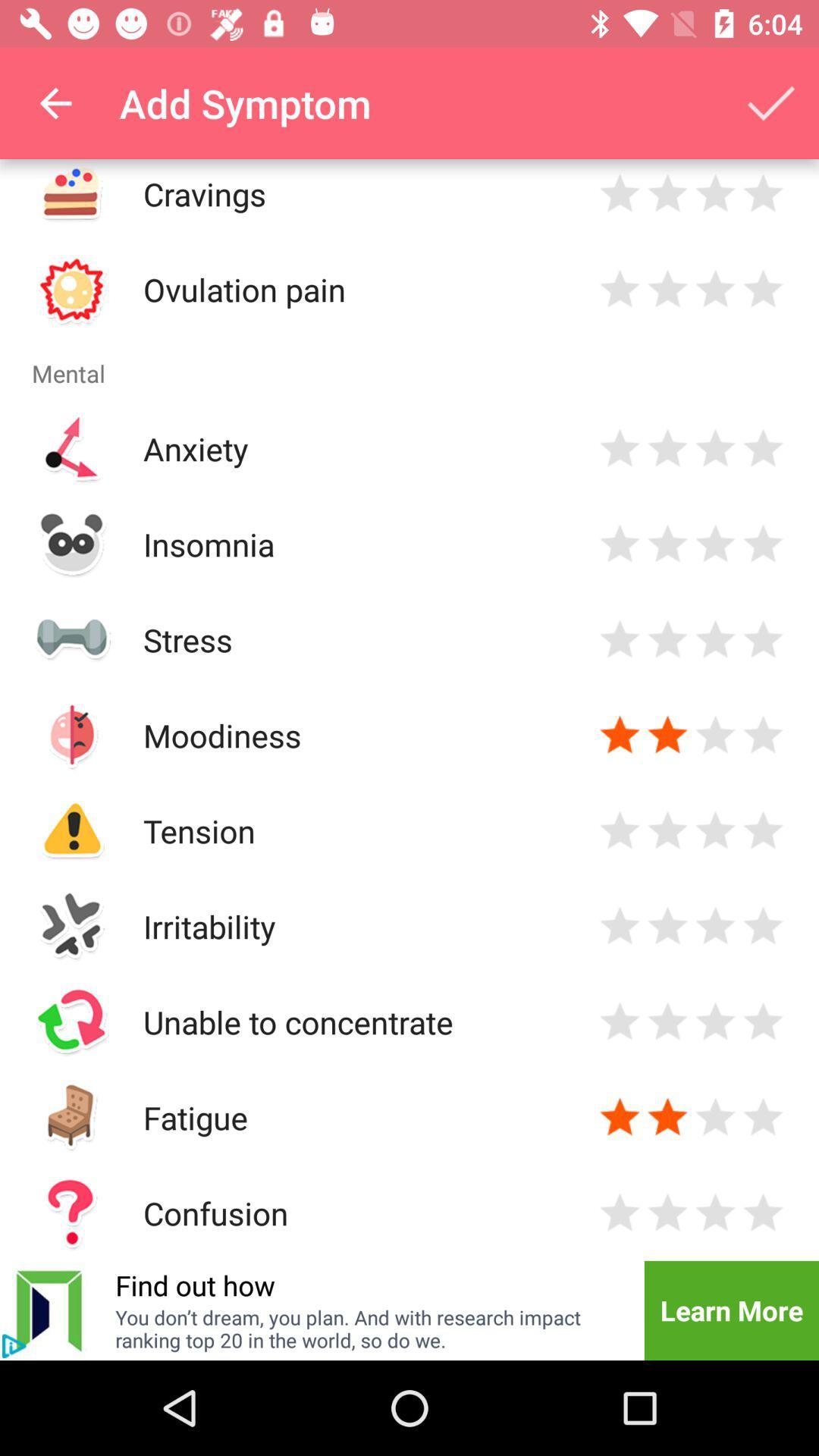 Image resolution: width=819 pixels, height=1456 pixels. I want to click on 4 star rating, so click(763, 925).